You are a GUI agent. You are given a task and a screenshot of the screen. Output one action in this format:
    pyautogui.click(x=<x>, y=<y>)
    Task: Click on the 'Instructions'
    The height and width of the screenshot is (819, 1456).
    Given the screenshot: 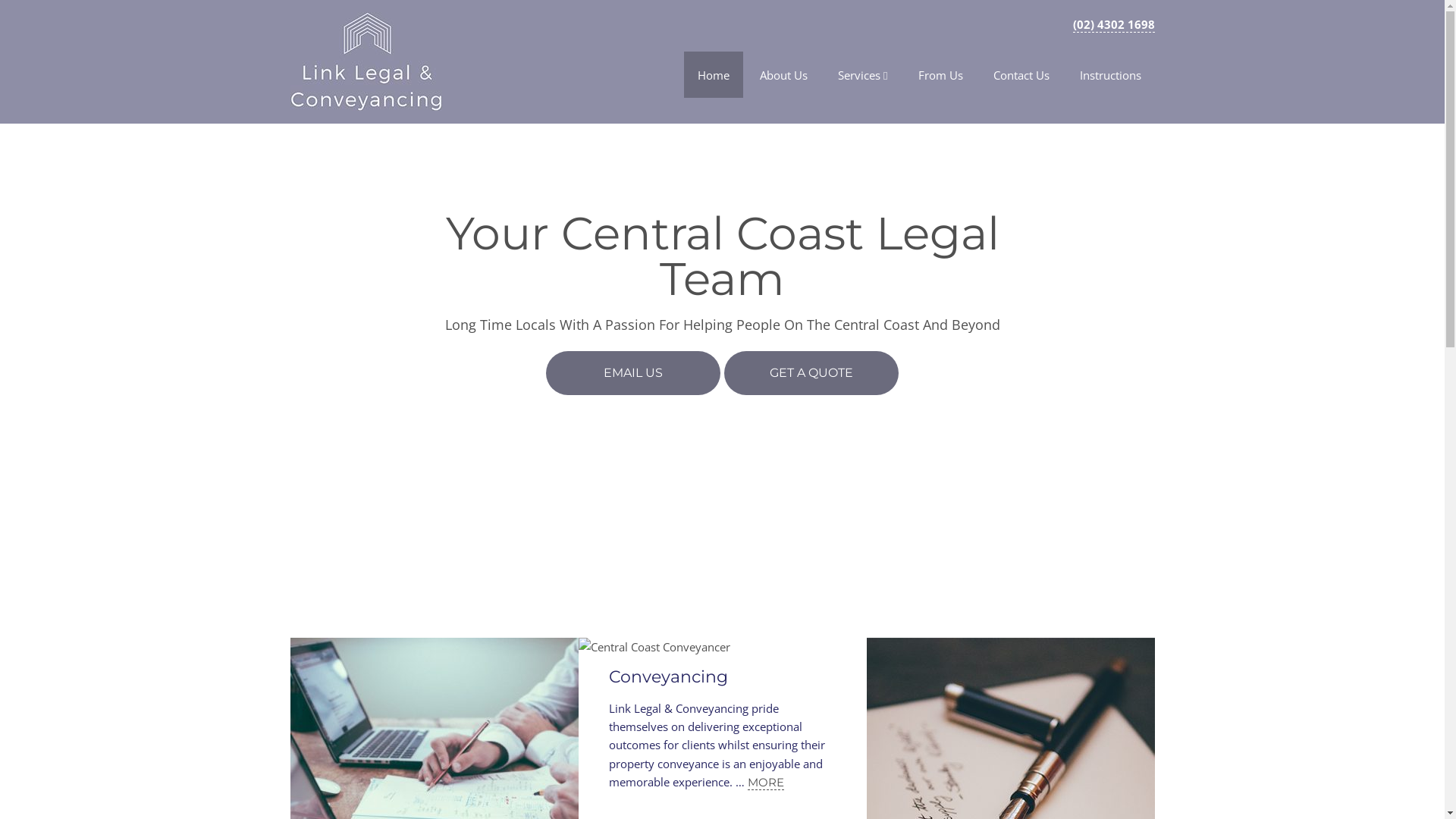 What is the action you would take?
    pyautogui.click(x=1110, y=74)
    